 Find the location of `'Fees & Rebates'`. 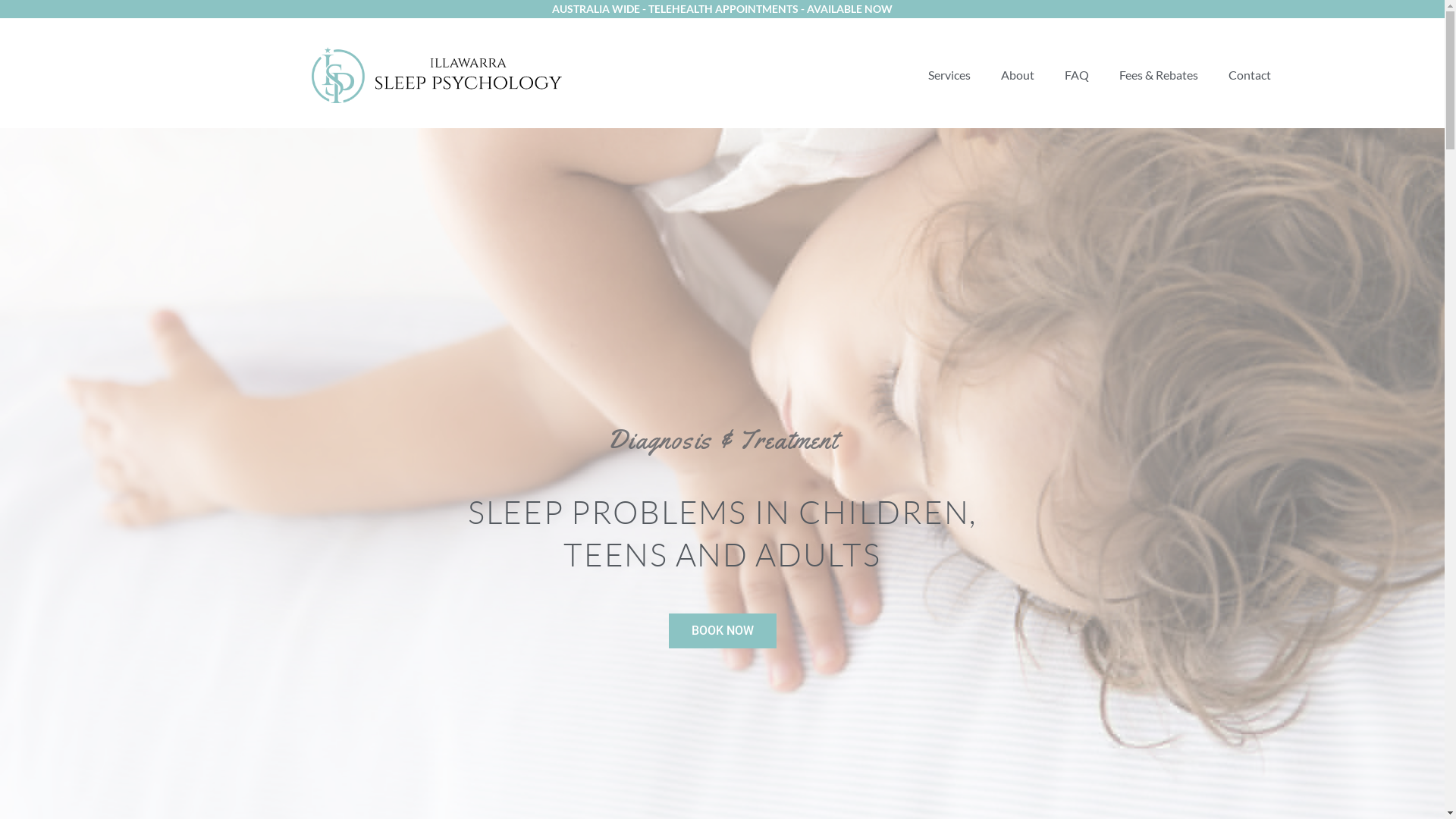

'Fees & Rebates' is located at coordinates (1157, 75).